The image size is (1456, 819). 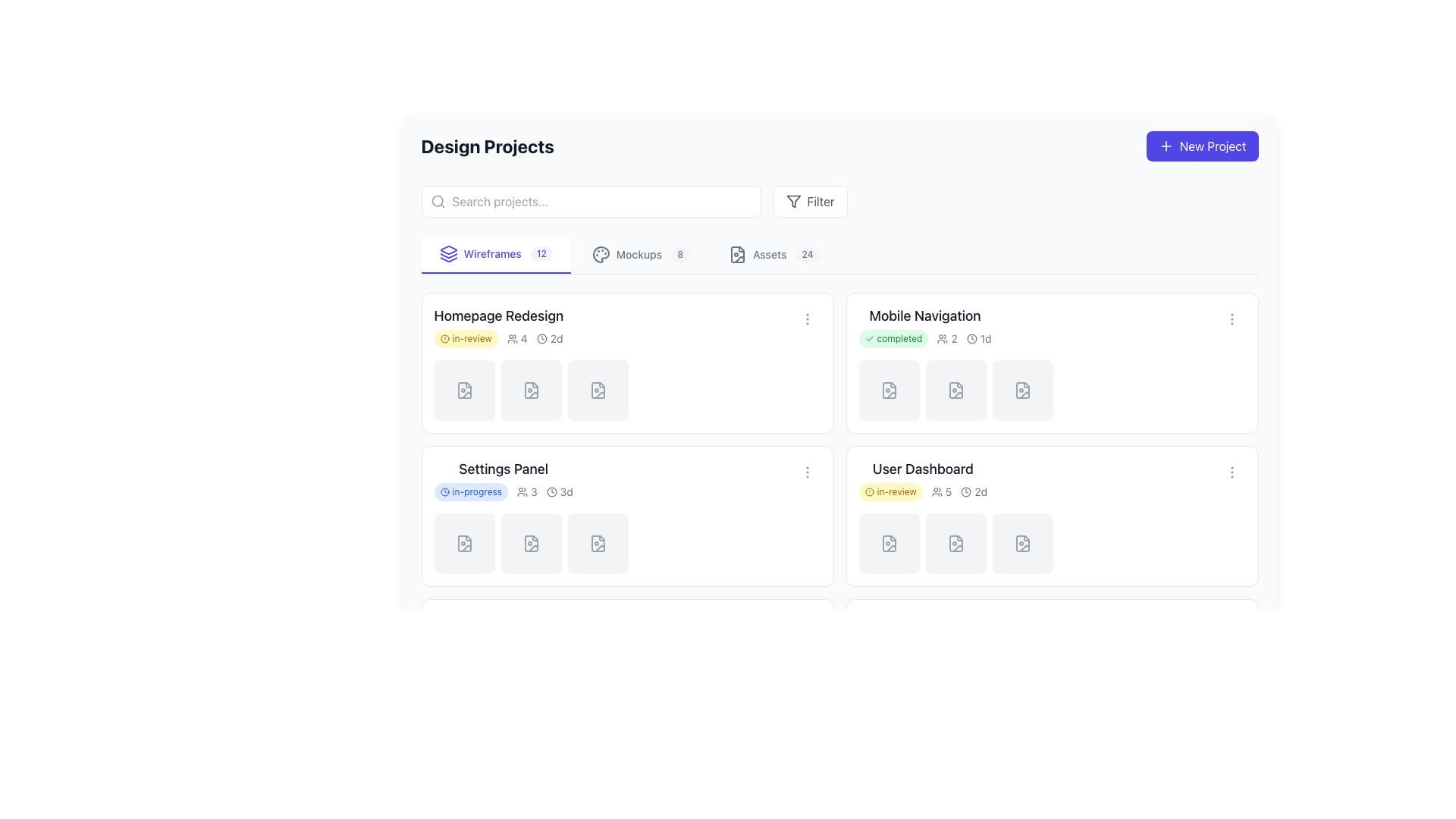 What do you see at coordinates (965, 491) in the screenshot?
I see `the decorative SVG circle representing the clock's face in the upper-right corner of the User Dashboard section` at bounding box center [965, 491].